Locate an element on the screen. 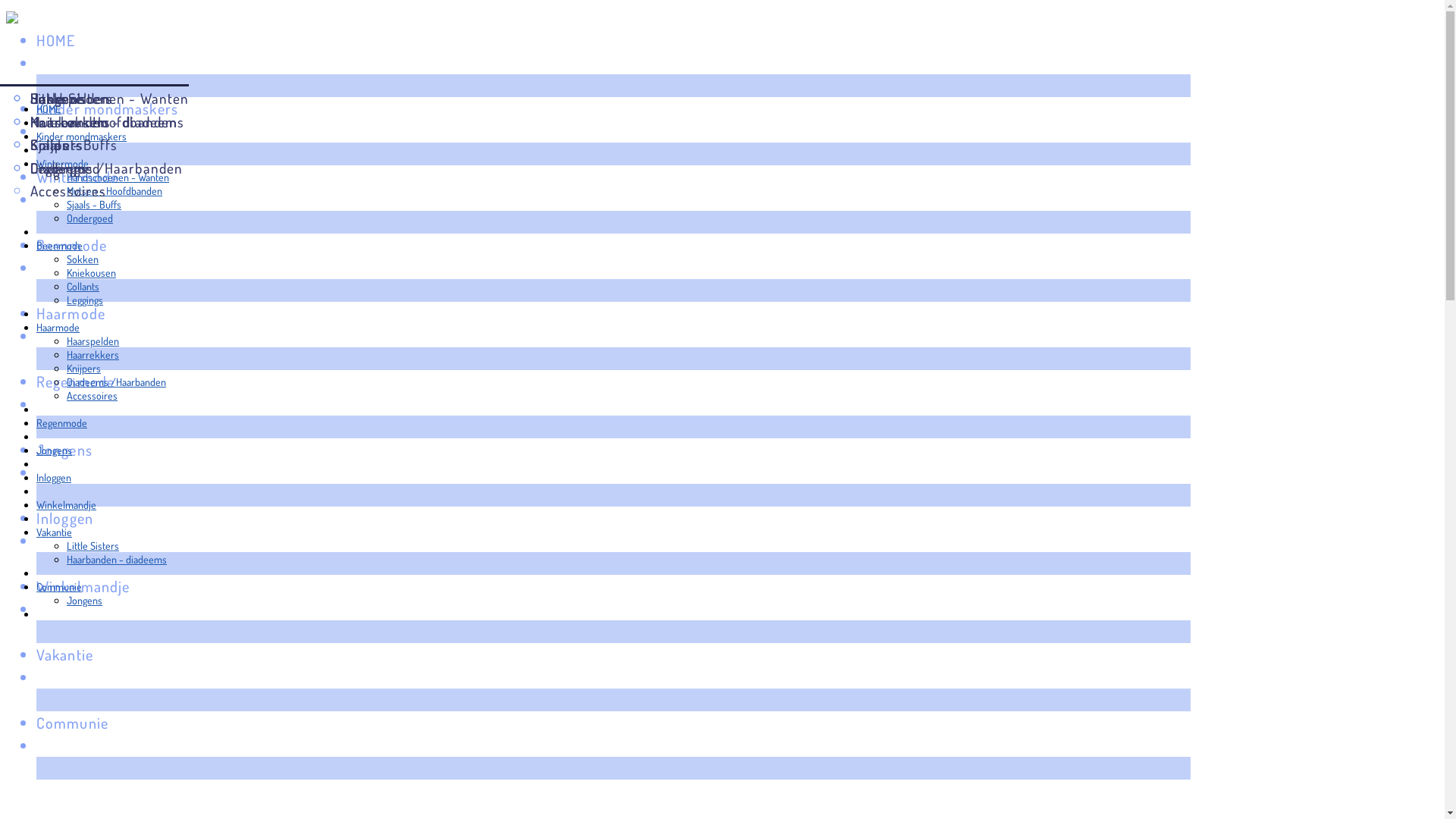 This screenshot has height=819, width=1456. 'Accessoires' is located at coordinates (91, 394).